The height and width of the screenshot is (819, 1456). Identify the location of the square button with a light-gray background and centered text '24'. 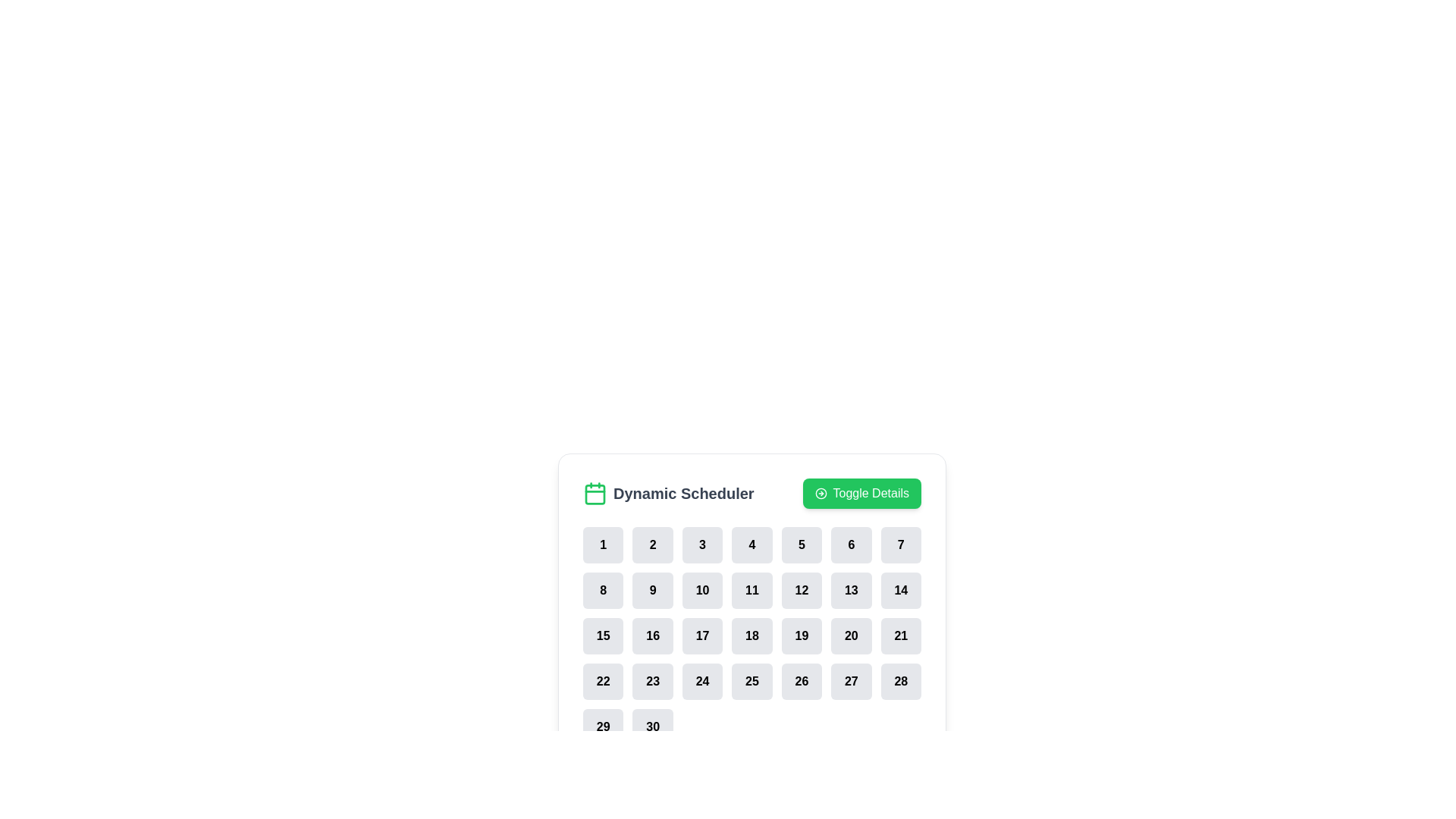
(701, 680).